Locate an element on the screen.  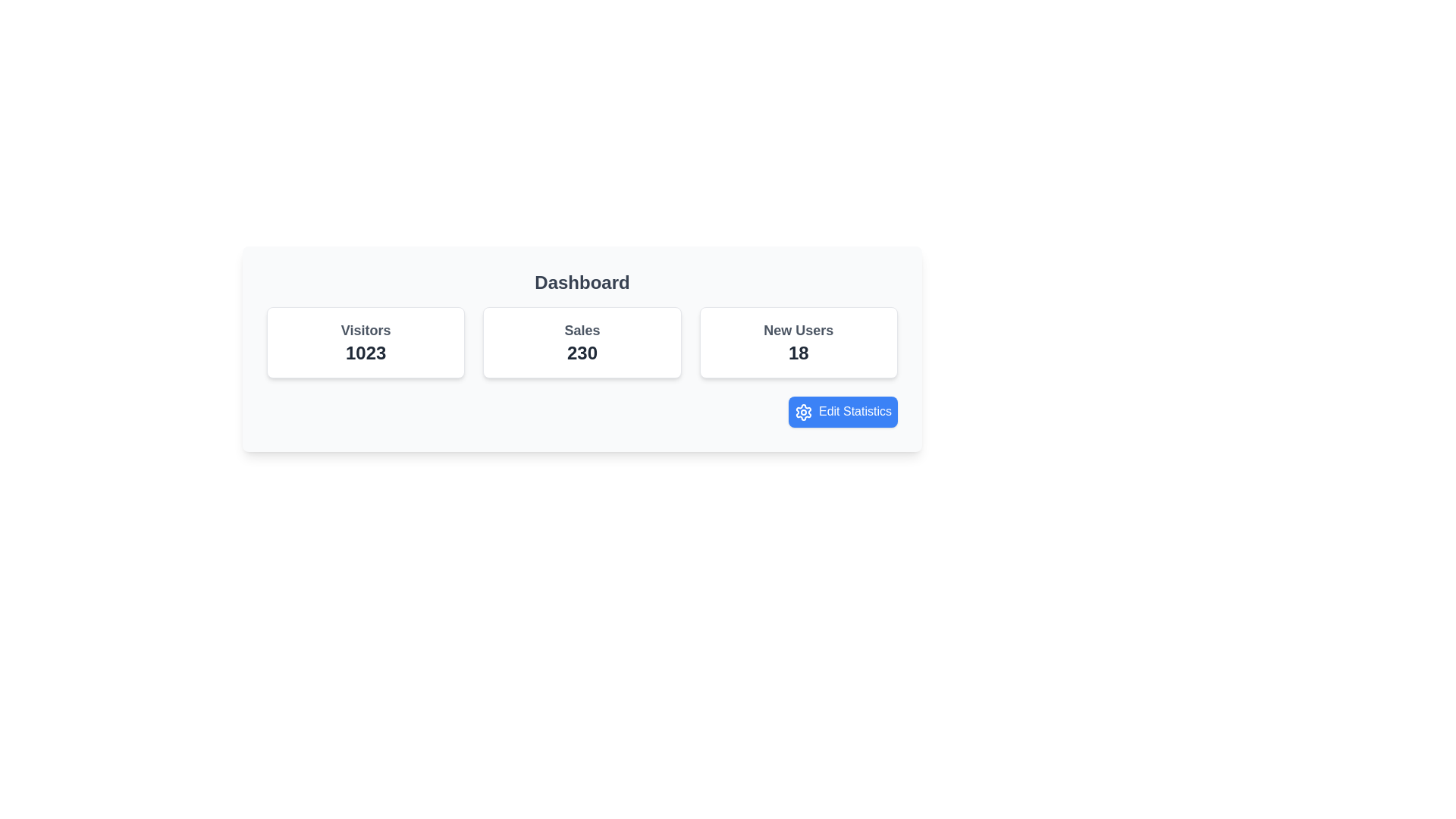
the Display Card that shows the number of new users ('18'), which is the third card in a row of three cards, positioned between the 'Sales' card and the 'Edit Statistics' button is located at coordinates (798, 342).